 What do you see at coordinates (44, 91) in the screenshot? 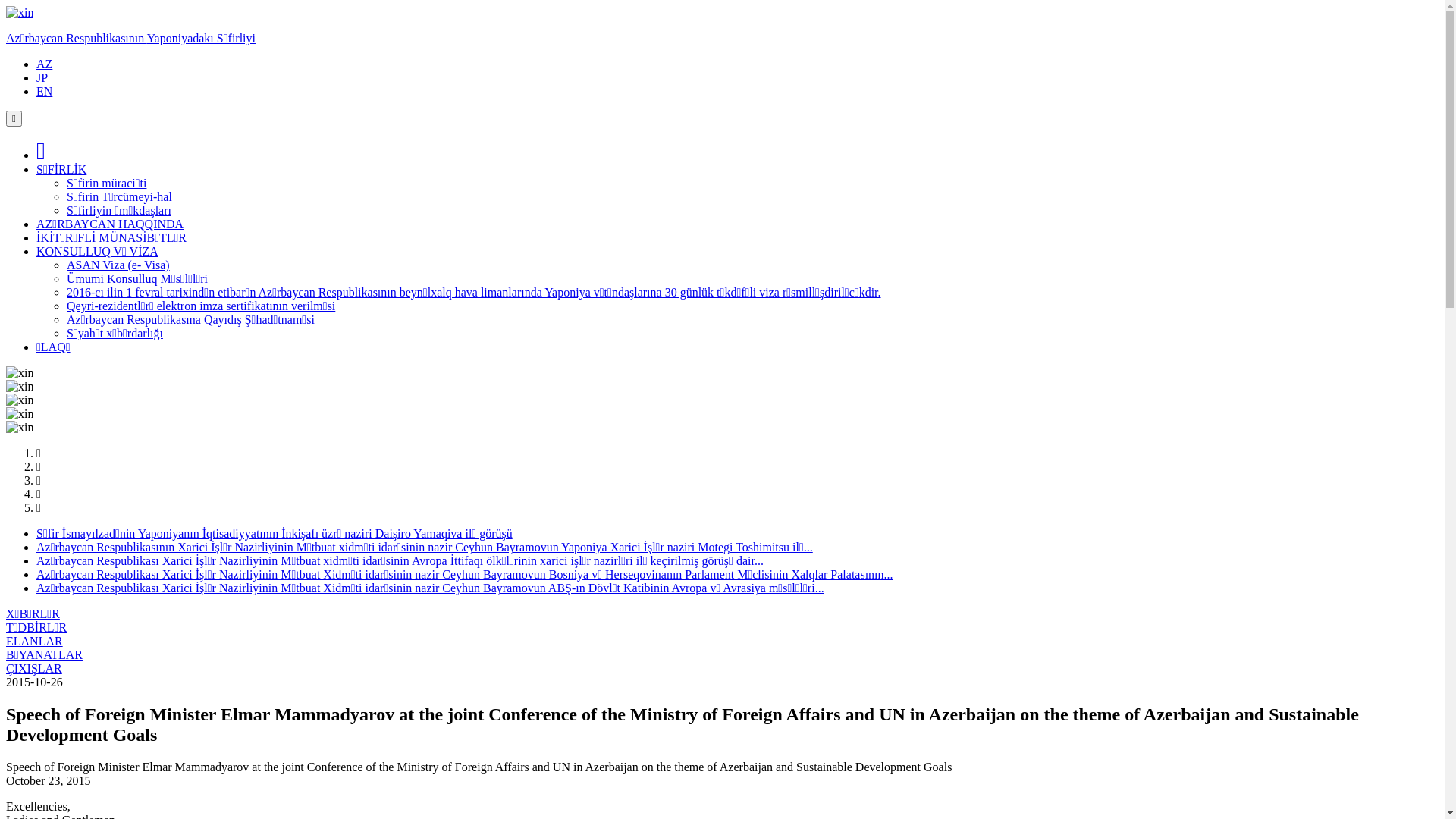
I see `'EN'` at bounding box center [44, 91].